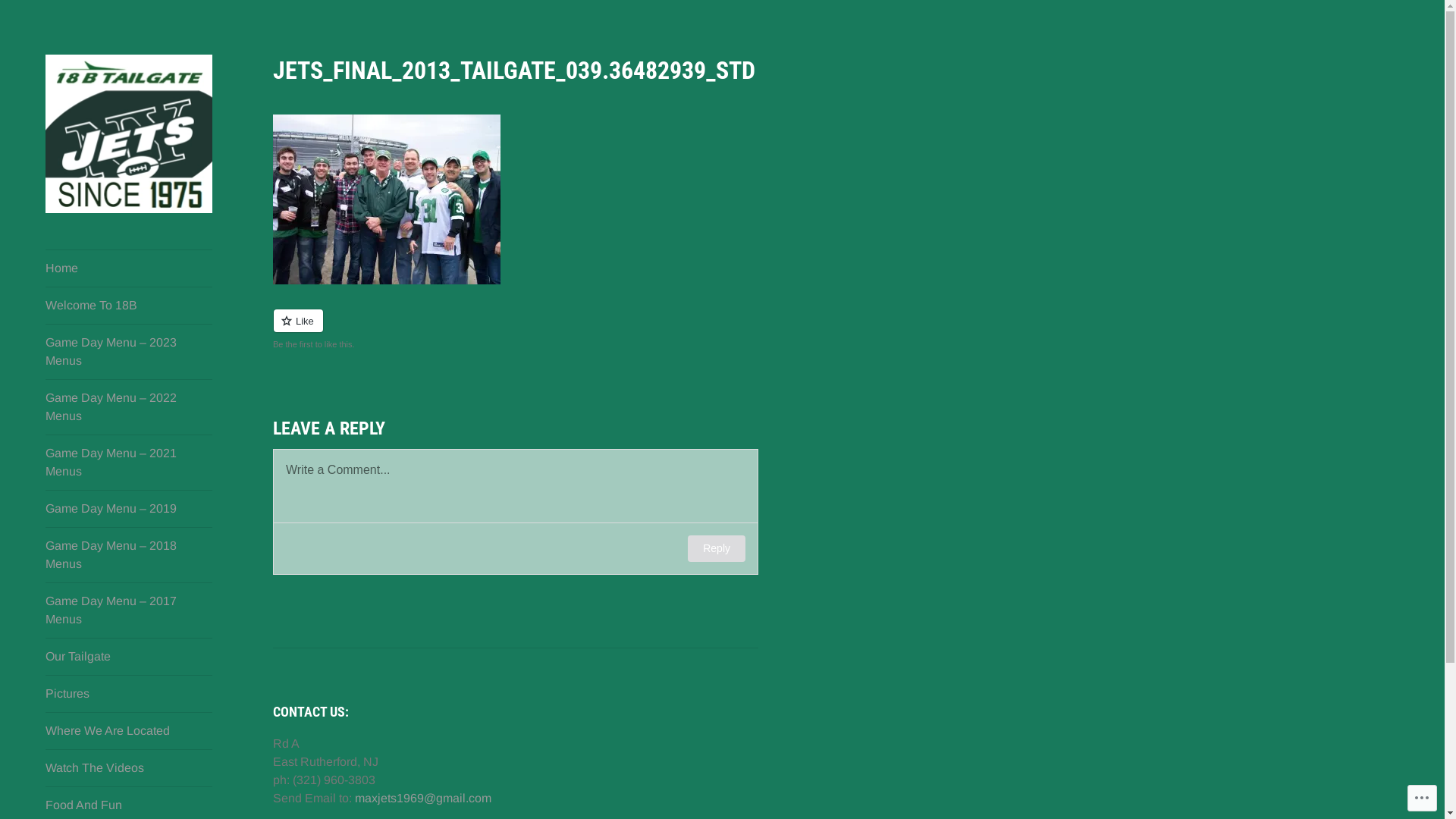 Image resolution: width=1456 pixels, height=819 pixels. I want to click on 'Pictures', so click(128, 693).